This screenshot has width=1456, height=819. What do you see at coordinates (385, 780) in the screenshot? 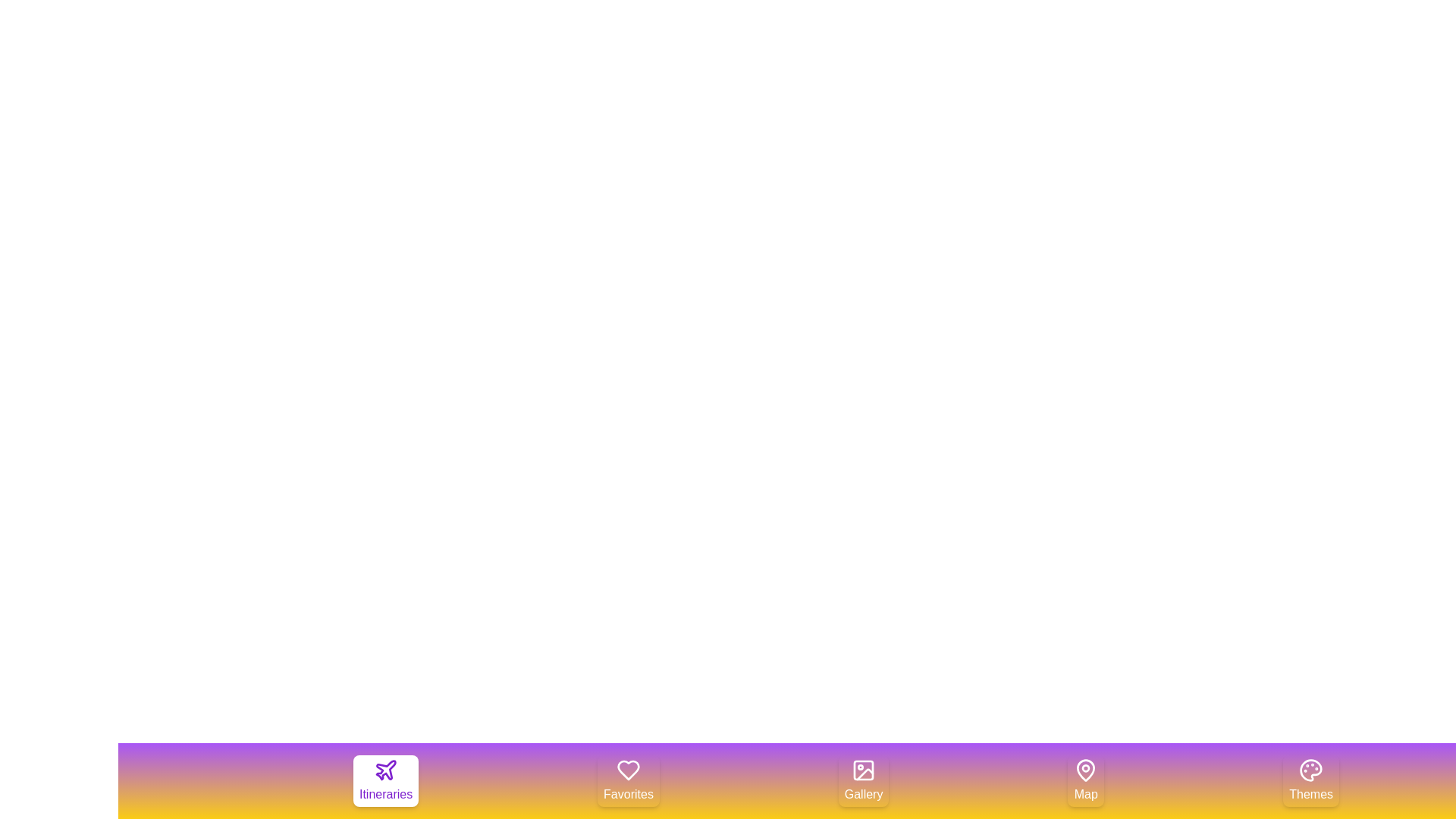
I see `the tab labeled Itineraries to observe its hover effect` at bounding box center [385, 780].